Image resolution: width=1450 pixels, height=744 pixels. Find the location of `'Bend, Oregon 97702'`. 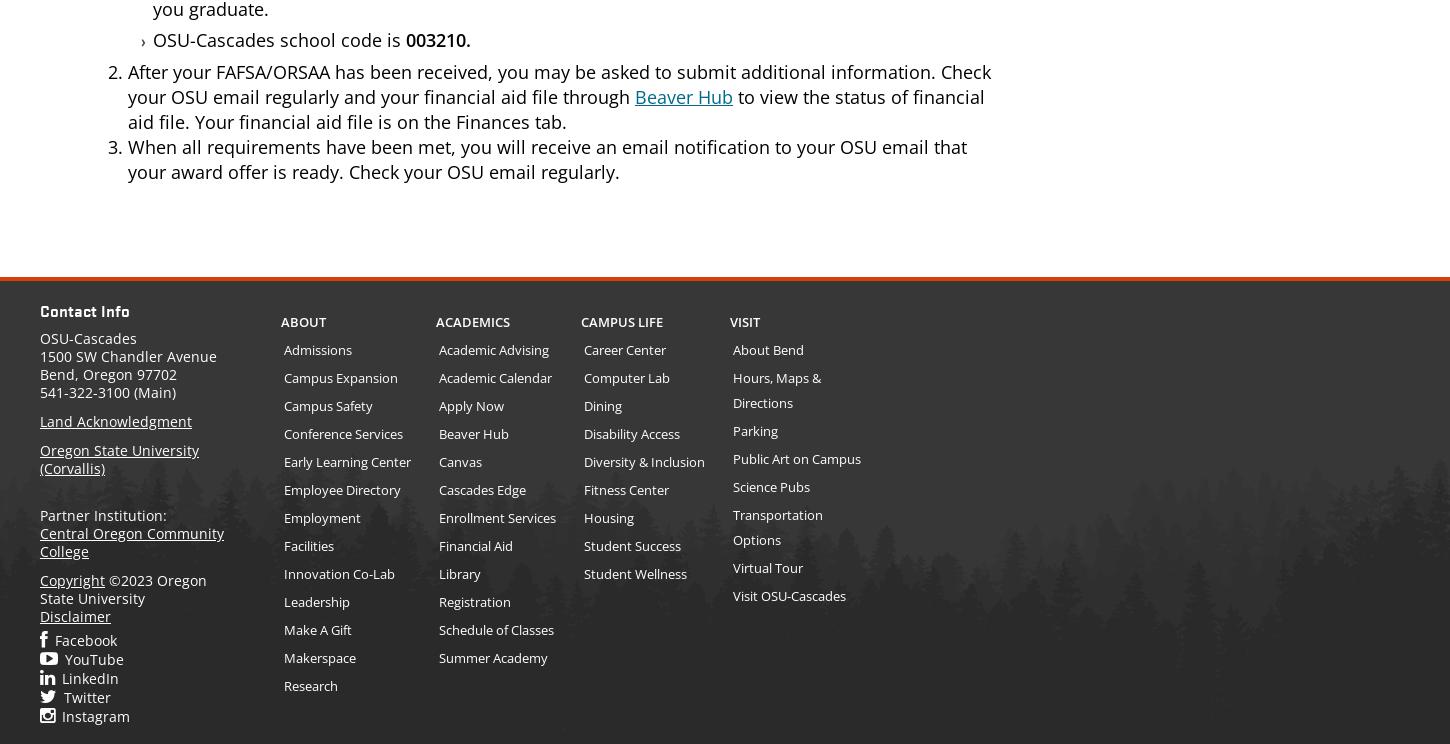

'Bend, Oregon 97702' is located at coordinates (108, 374).